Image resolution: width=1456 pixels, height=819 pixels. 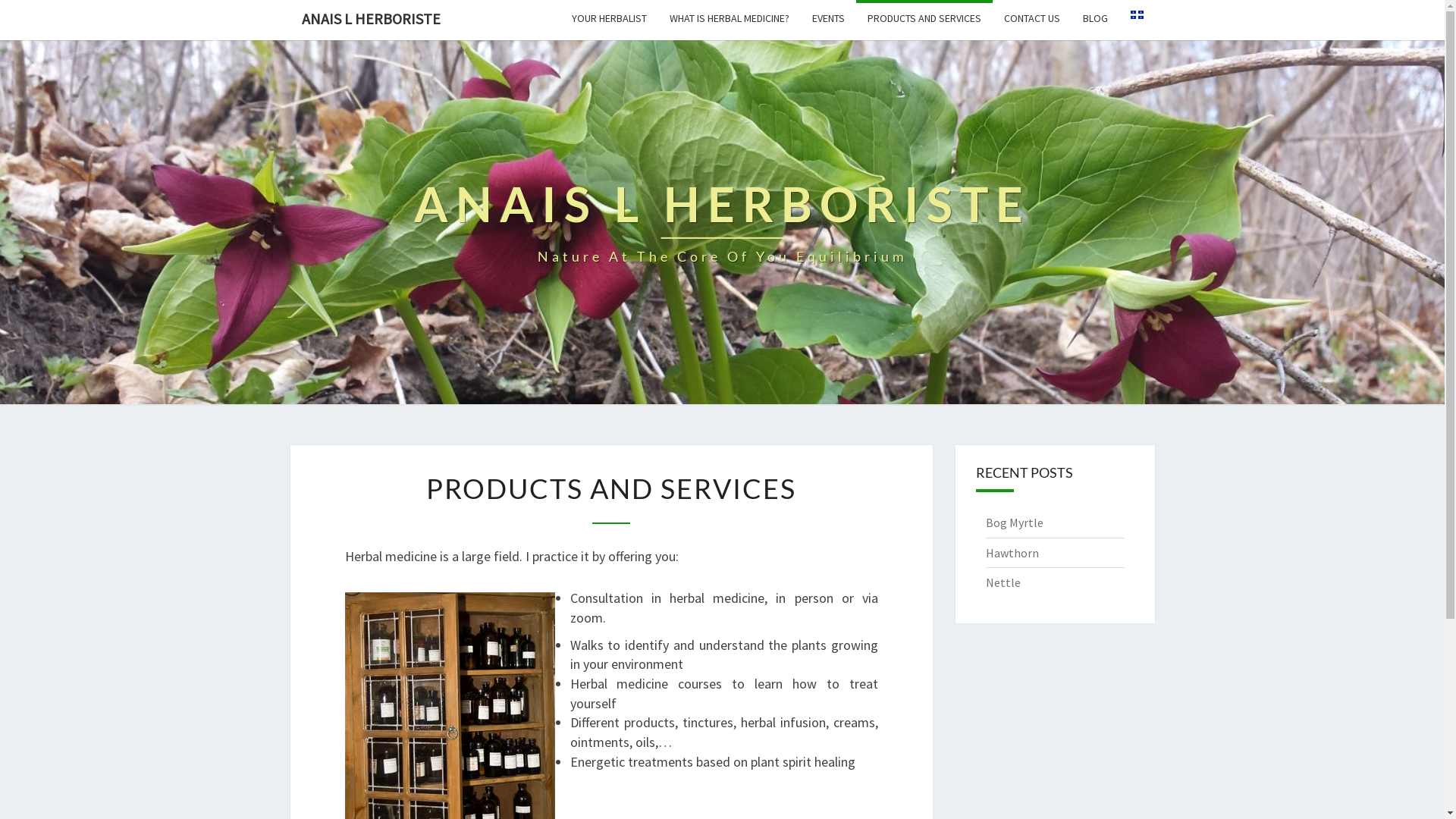 What do you see at coordinates (729, 17) in the screenshot?
I see `'WHAT IS HERBAL MEDICINE?'` at bounding box center [729, 17].